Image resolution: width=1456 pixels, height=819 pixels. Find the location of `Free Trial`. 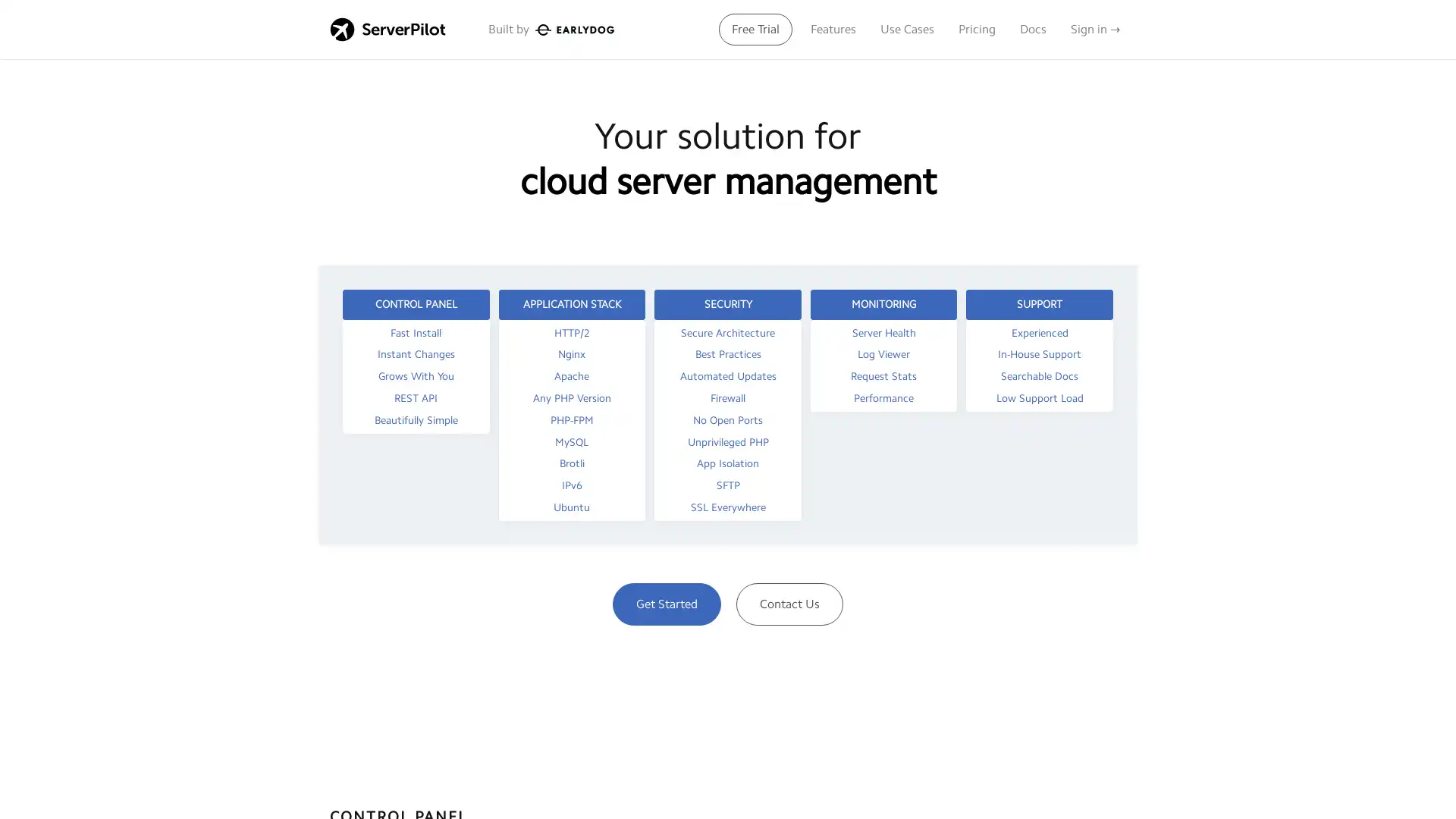

Free Trial is located at coordinates (755, 29).